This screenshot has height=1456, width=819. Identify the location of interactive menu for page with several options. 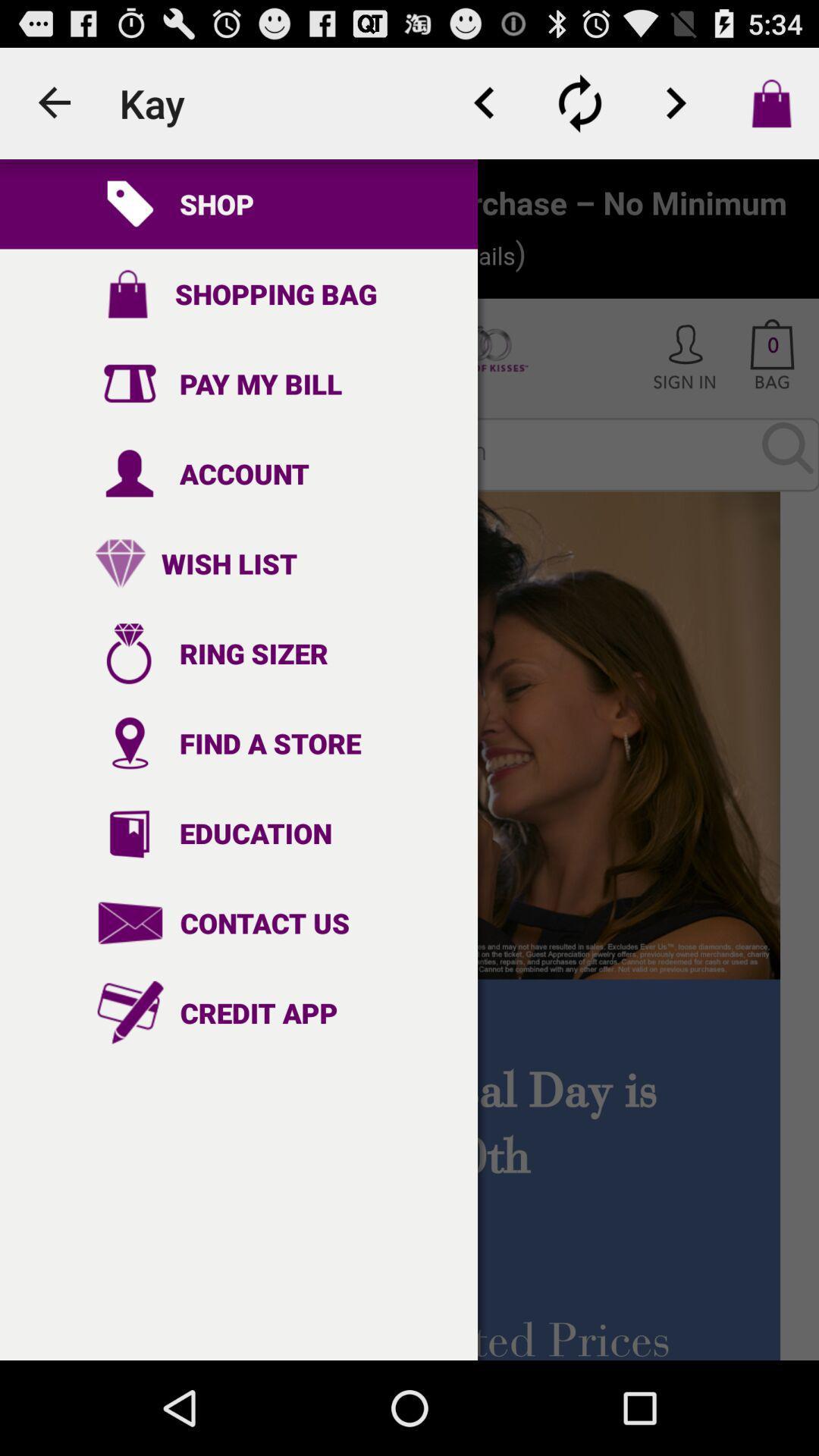
(409, 760).